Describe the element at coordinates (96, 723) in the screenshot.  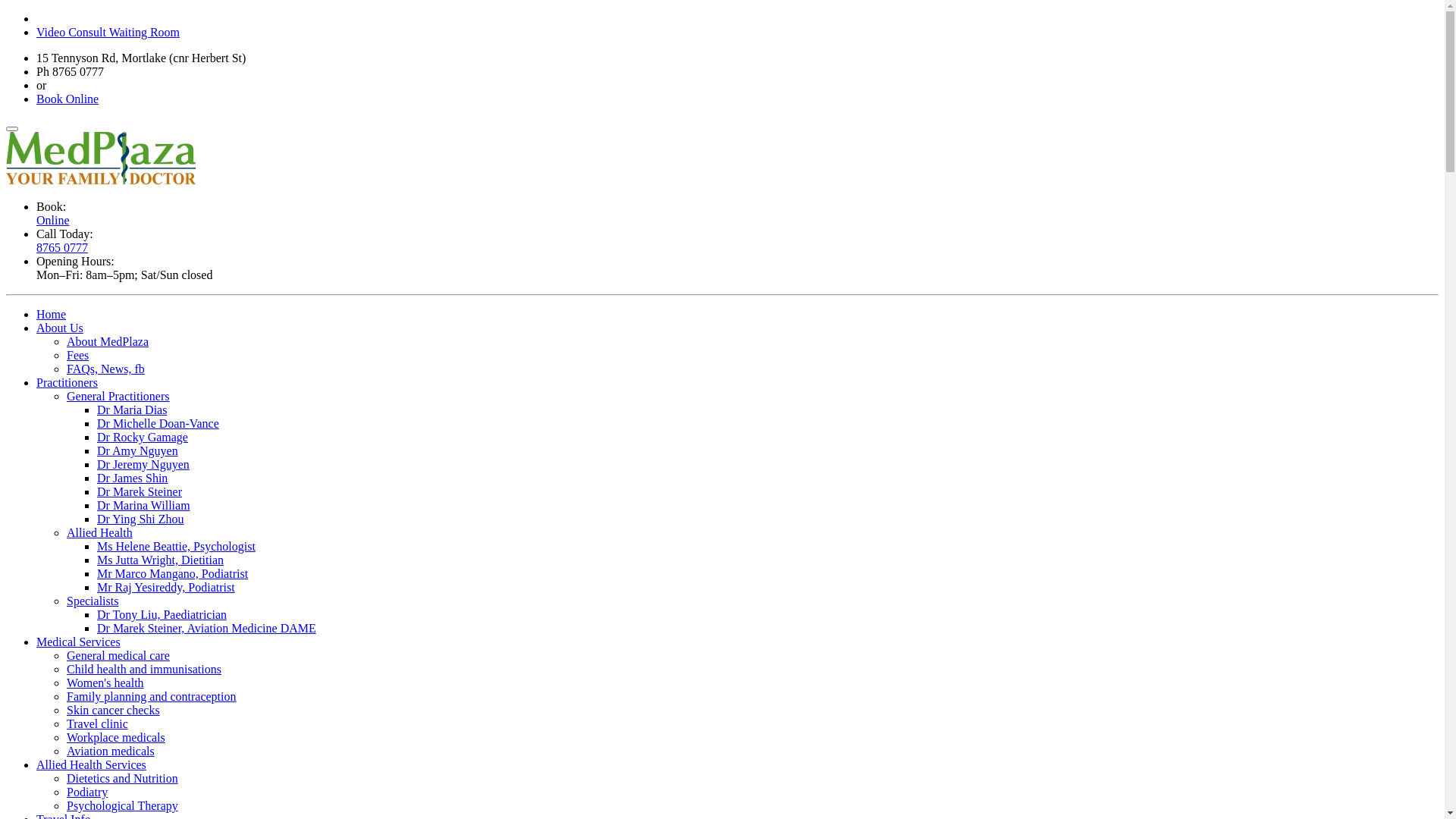
I see `'Travel clinic'` at that location.